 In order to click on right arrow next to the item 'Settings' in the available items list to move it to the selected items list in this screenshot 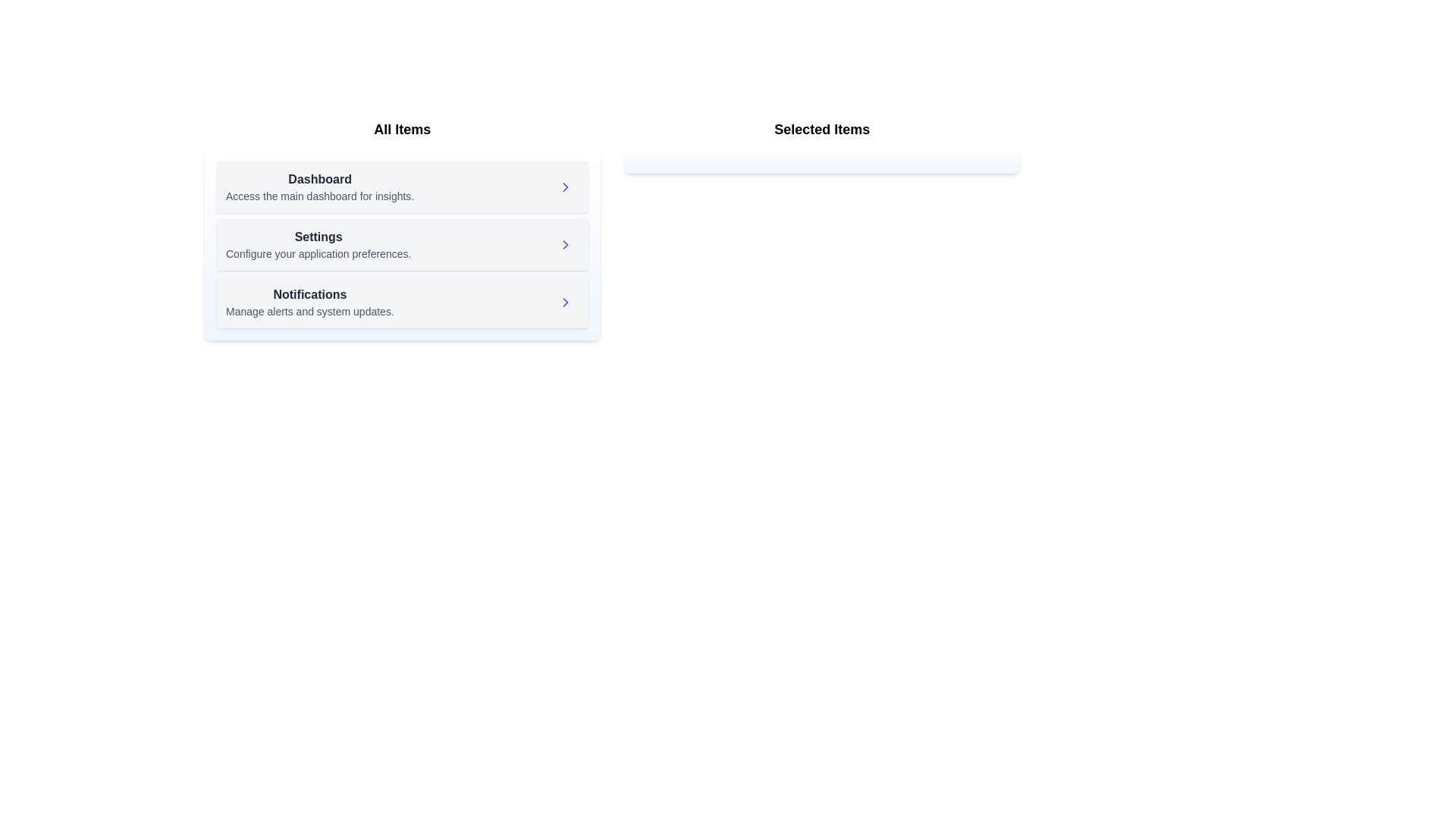, I will do `click(564, 244)`.